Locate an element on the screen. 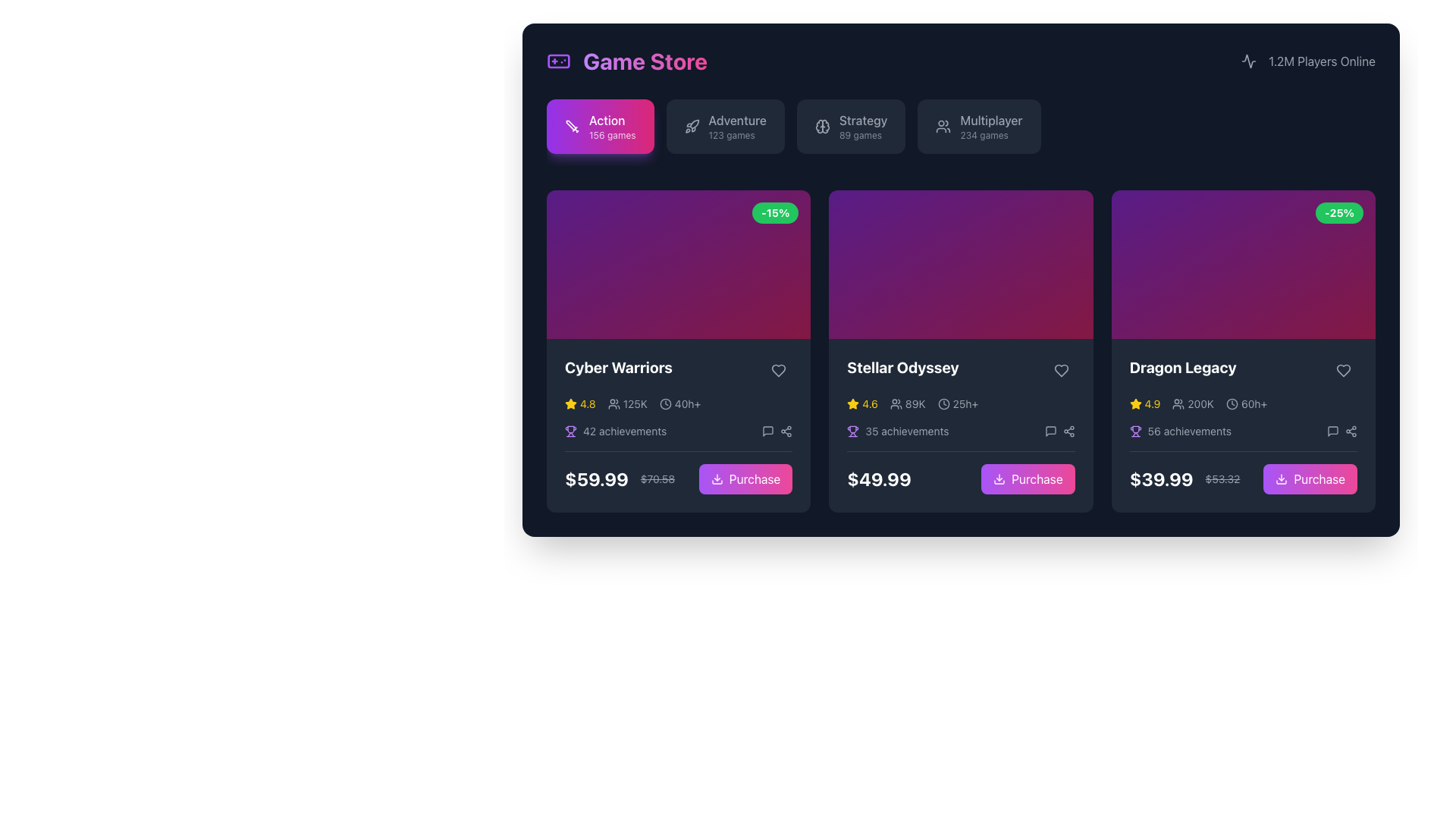 Image resolution: width=1456 pixels, height=819 pixels. text label that displays the number of achievements available for the 'Cyber Warriors' game, located beneath the metadata row and to the right of the purple trophy icon is located at coordinates (625, 431).